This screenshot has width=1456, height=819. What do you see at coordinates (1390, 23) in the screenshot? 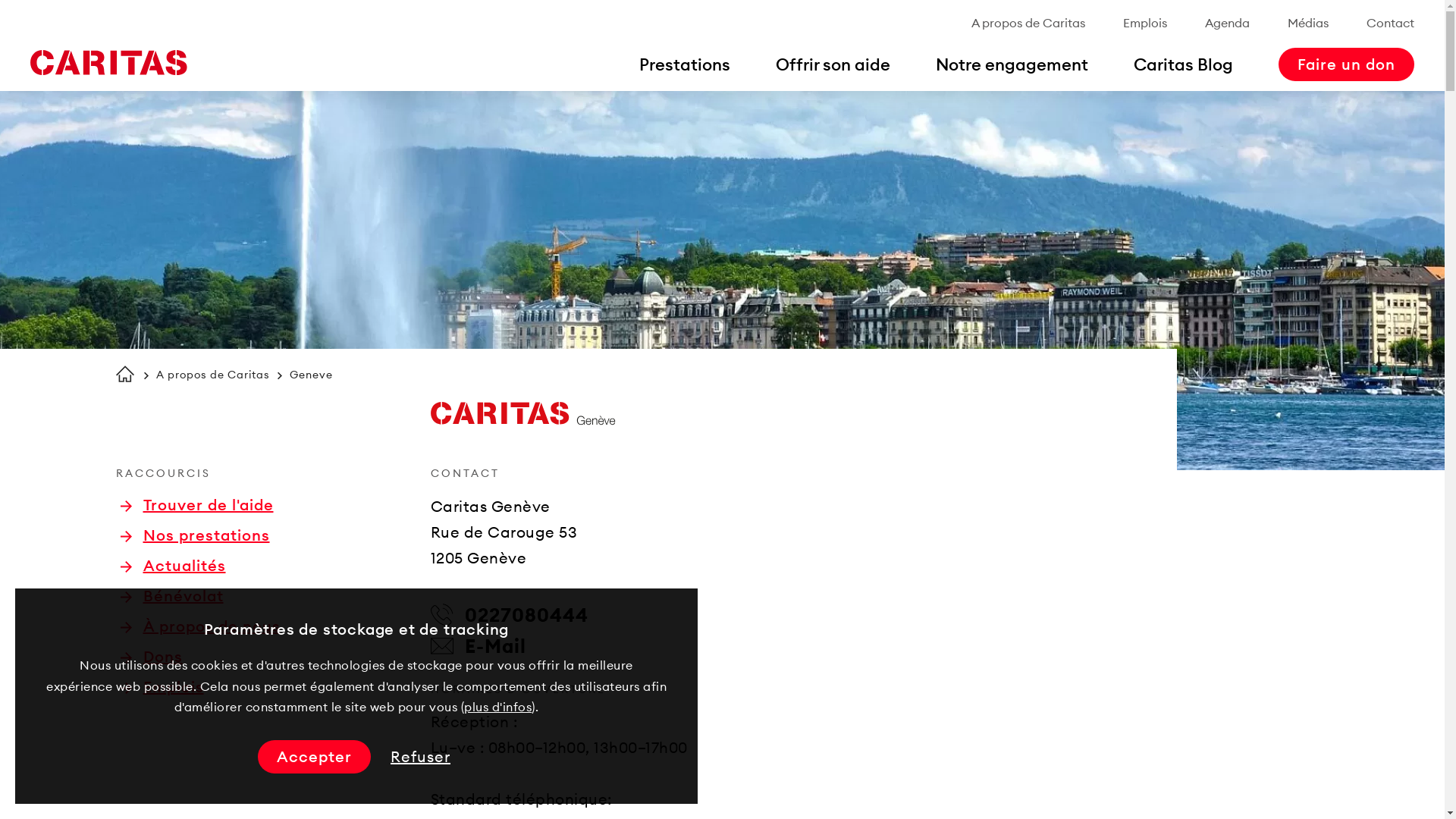
I see `'Contact'` at bounding box center [1390, 23].